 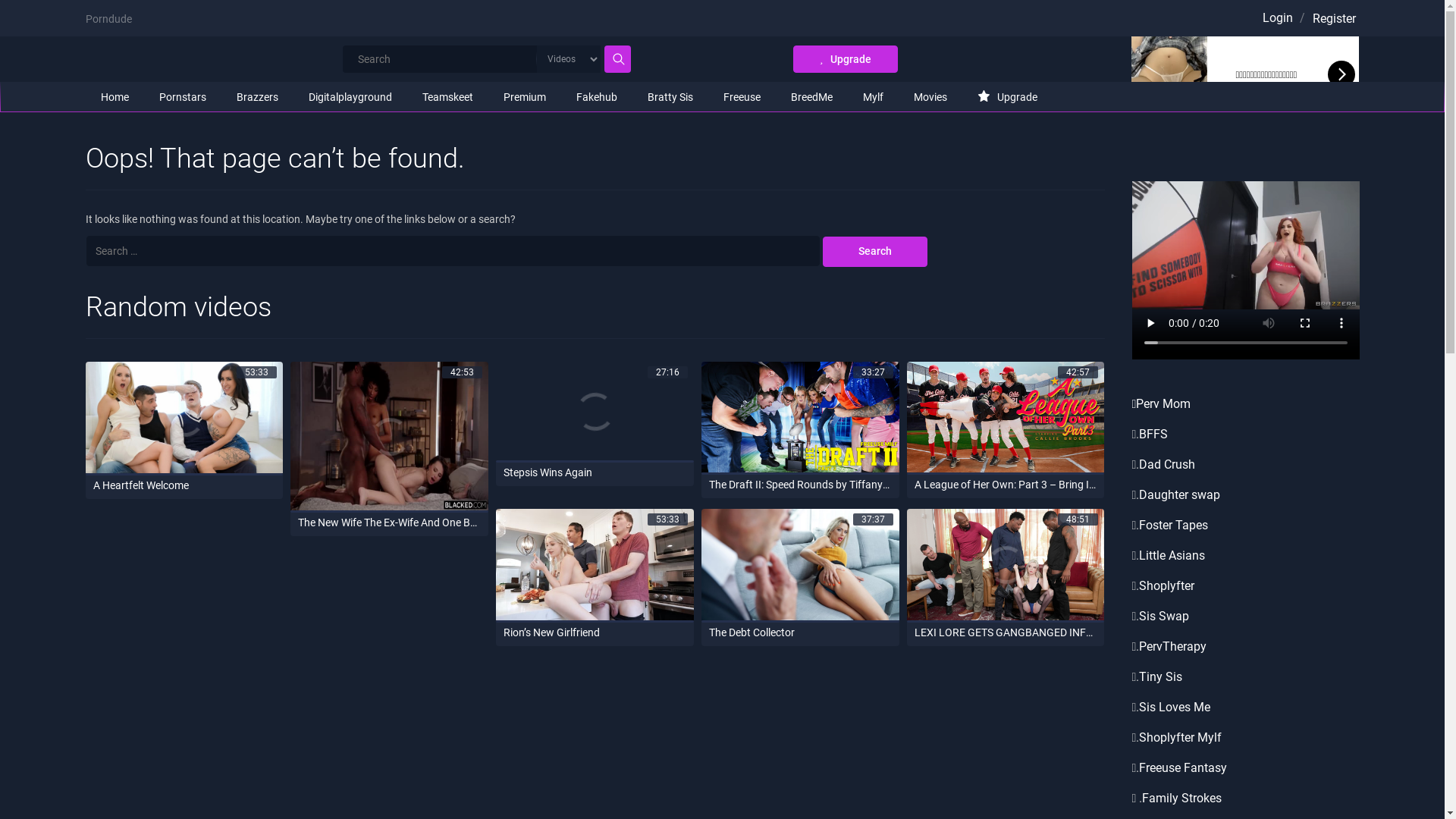 What do you see at coordinates (1166, 585) in the screenshot?
I see `'Shoplyfter'` at bounding box center [1166, 585].